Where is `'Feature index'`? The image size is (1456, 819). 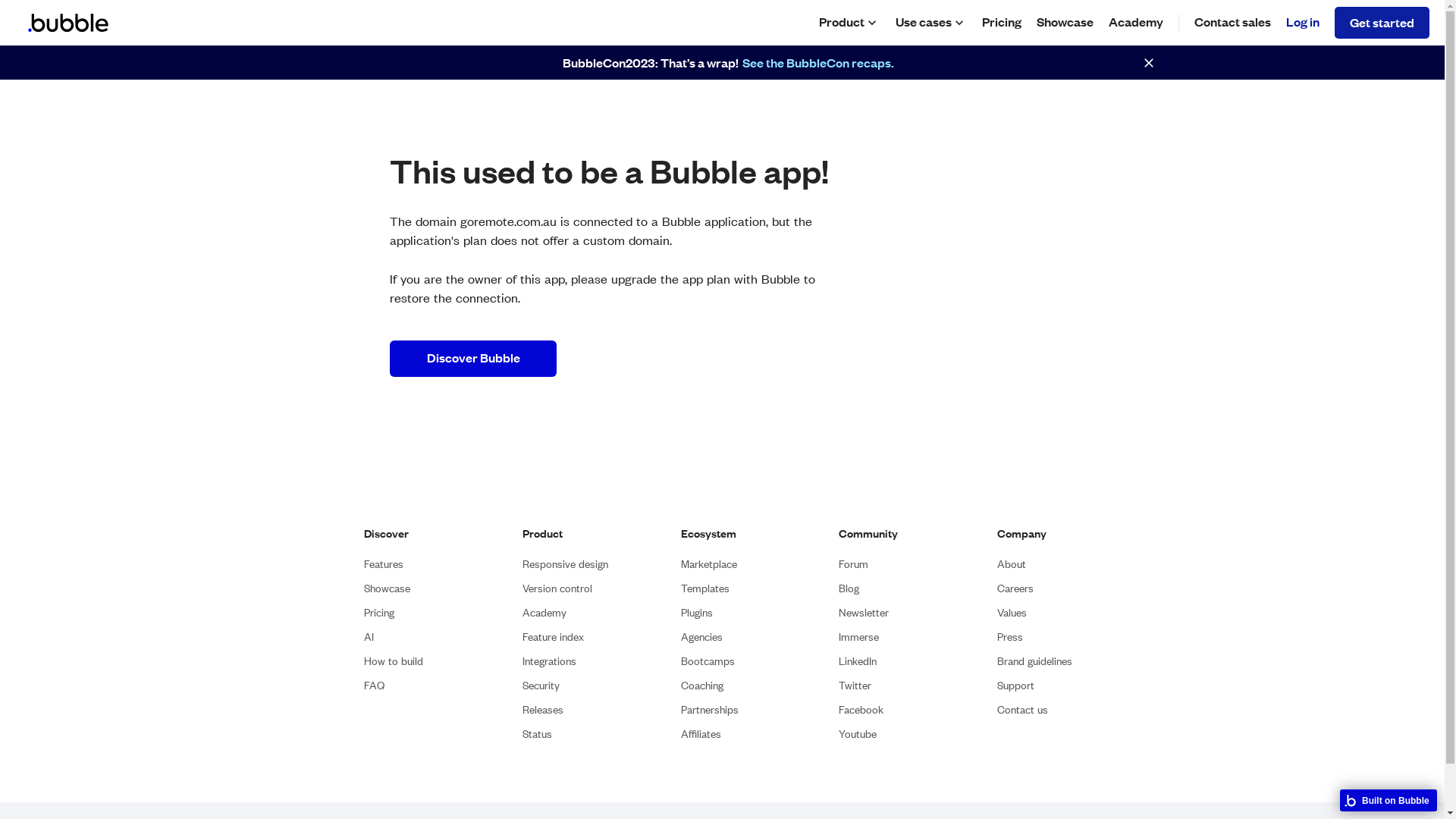 'Feature index' is located at coordinates (552, 636).